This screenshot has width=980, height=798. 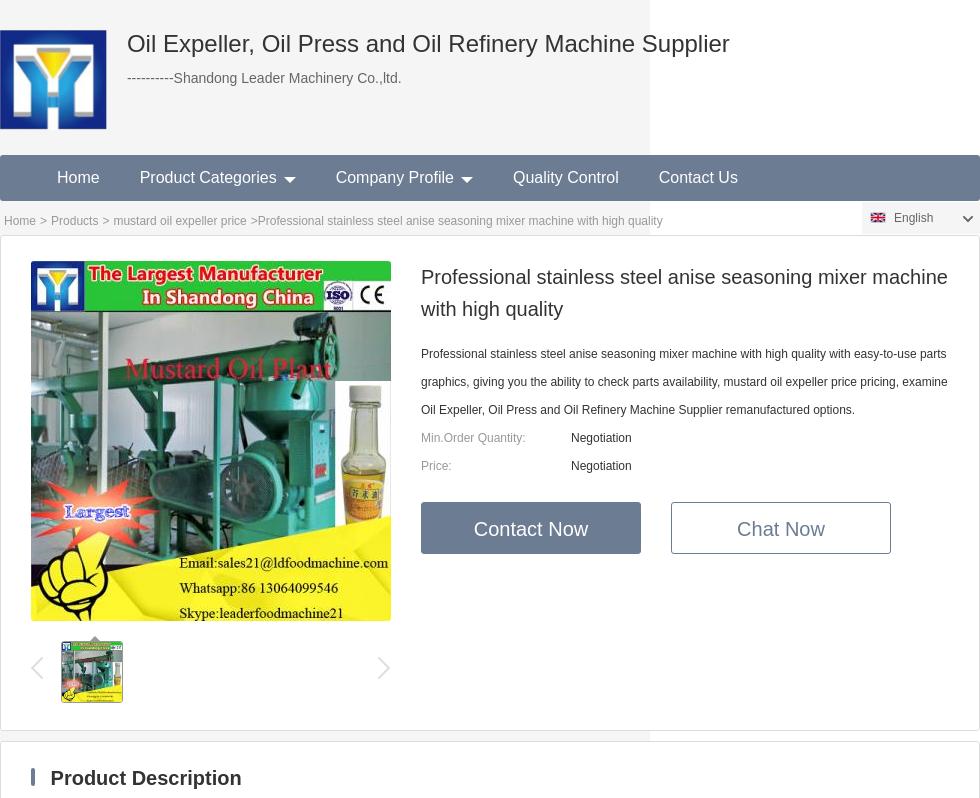 What do you see at coordinates (427, 43) in the screenshot?
I see `'Oil Expeller, Oil Press and Oil Refinery Machine Supplier'` at bounding box center [427, 43].